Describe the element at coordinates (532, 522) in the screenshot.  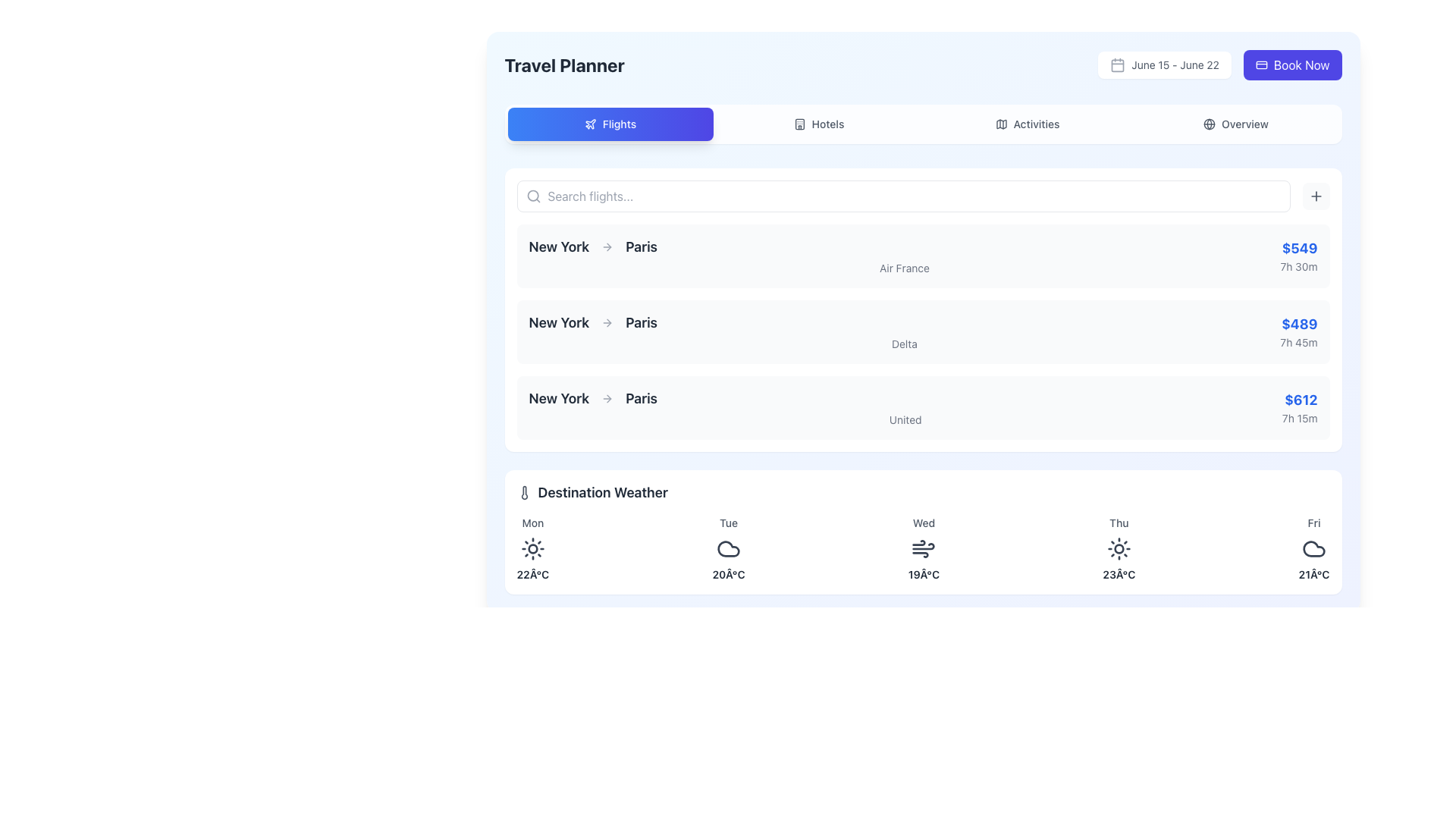
I see `the Text Label indicating the weather forecast for Monday, which is located in the leftmost cell of the 'Destination Weather' section` at that location.